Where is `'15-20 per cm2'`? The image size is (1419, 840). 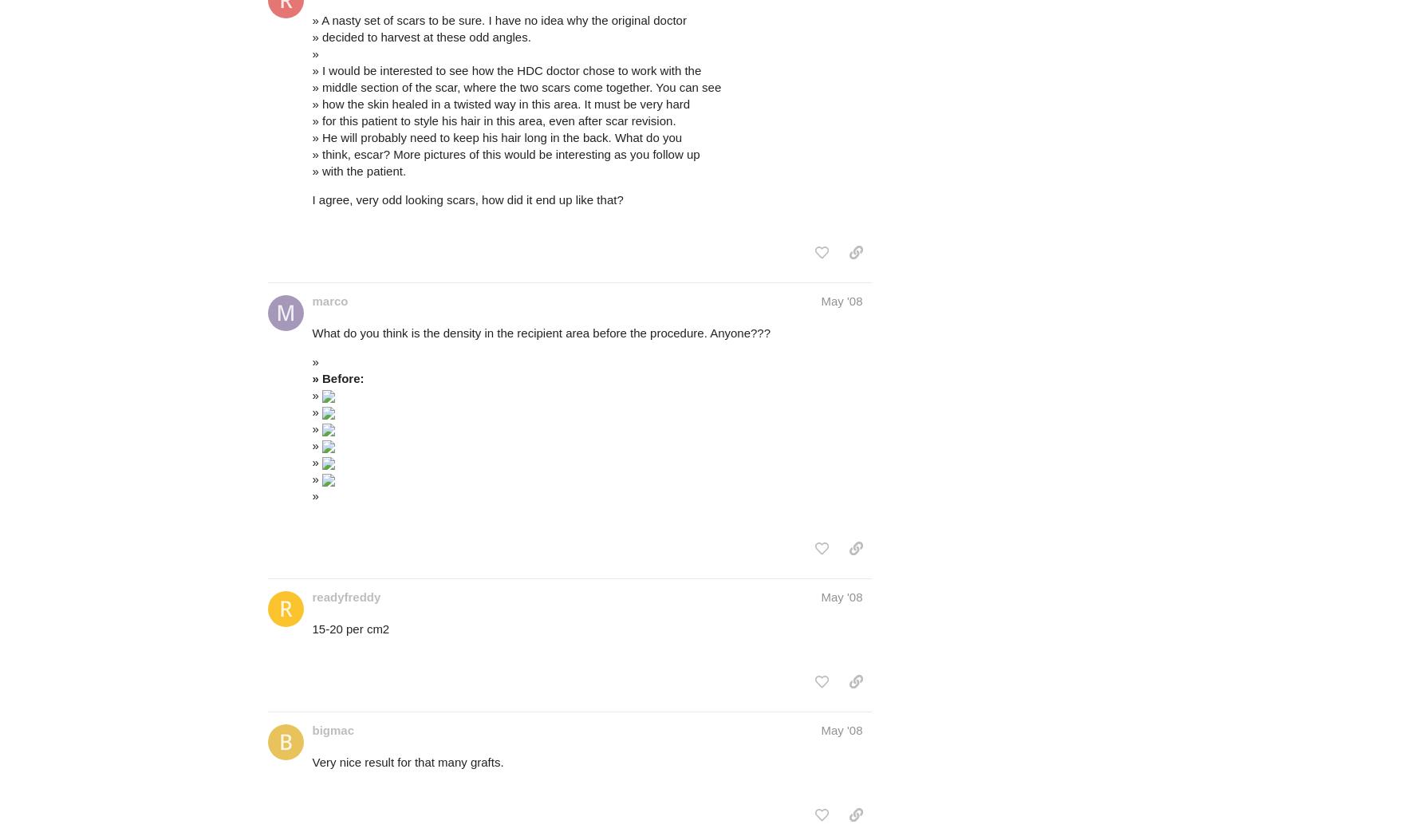
'15-20 per cm2' is located at coordinates (311, 629).